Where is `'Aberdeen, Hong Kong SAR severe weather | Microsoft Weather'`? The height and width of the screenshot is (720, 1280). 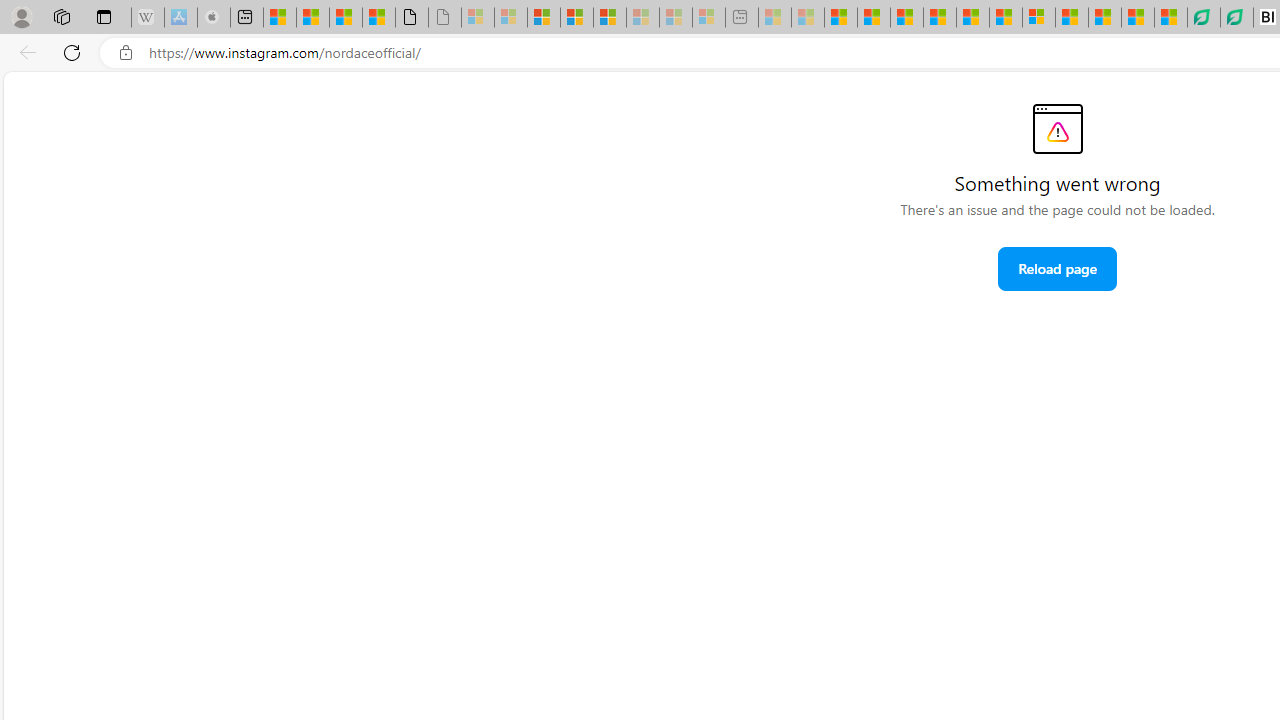 'Aberdeen, Hong Kong SAR severe weather | Microsoft Weather' is located at coordinates (379, 17).